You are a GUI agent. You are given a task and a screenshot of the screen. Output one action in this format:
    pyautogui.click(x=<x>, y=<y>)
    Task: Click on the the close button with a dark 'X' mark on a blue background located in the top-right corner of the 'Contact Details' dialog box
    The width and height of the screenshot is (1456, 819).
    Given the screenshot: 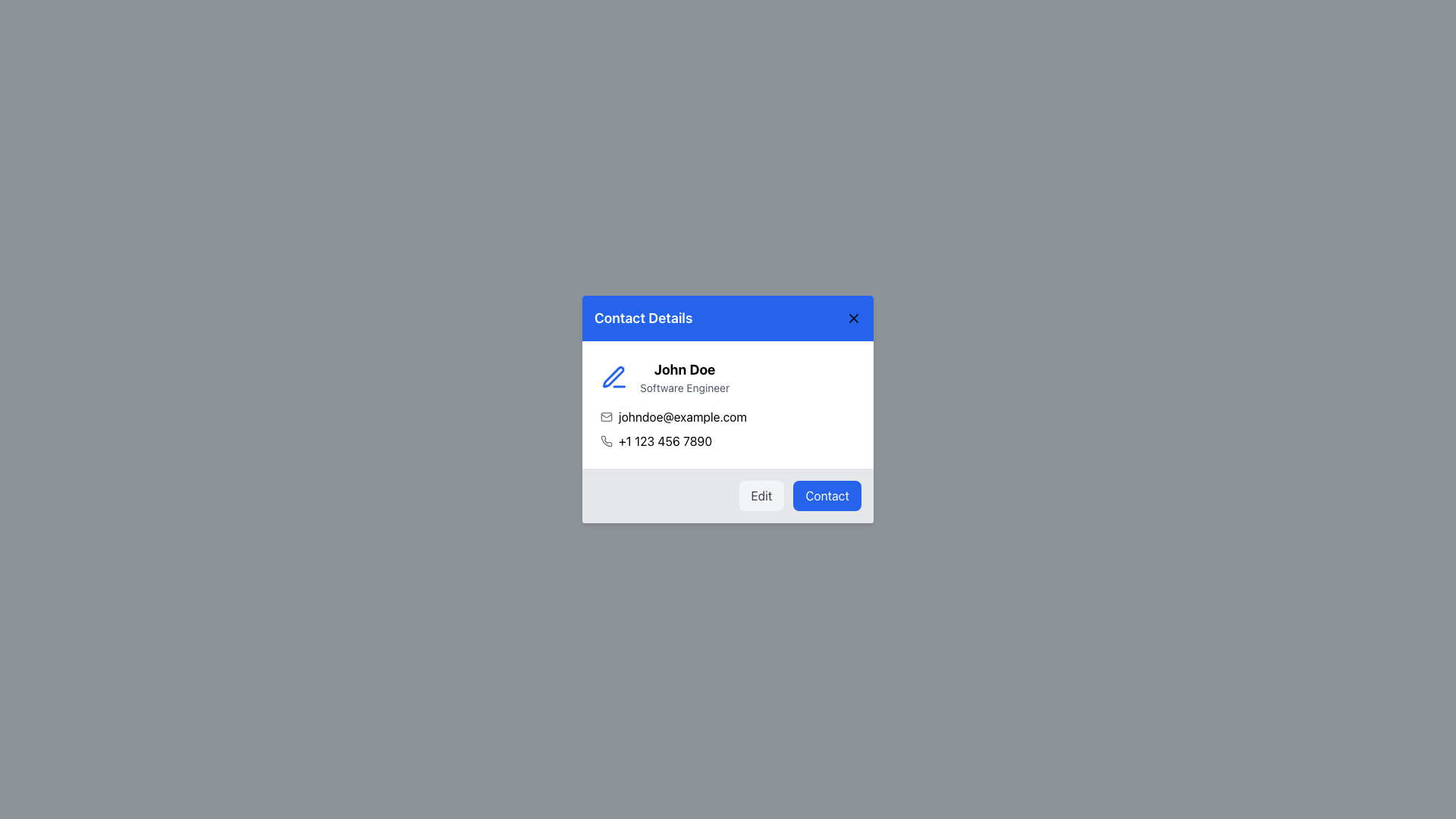 What is the action you would take?
    pyautogui.click(x=854, y=318)
    